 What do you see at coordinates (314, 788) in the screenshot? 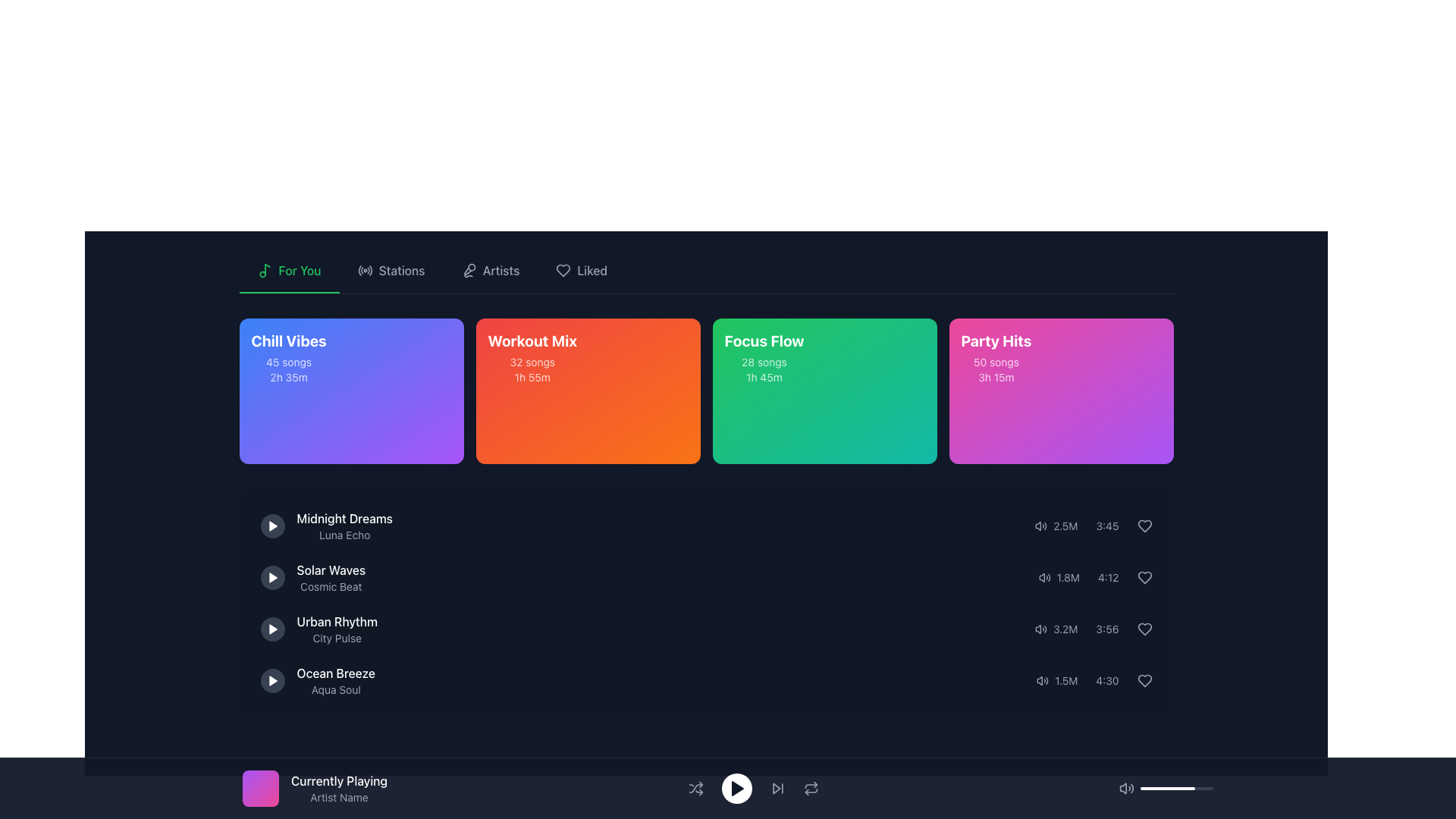
I see `information displayed in the label that shows 'Currently Playing' and 'Artist Name', which is accompanied by a gradient graphic on the left side` at bounding box center [314, 788].